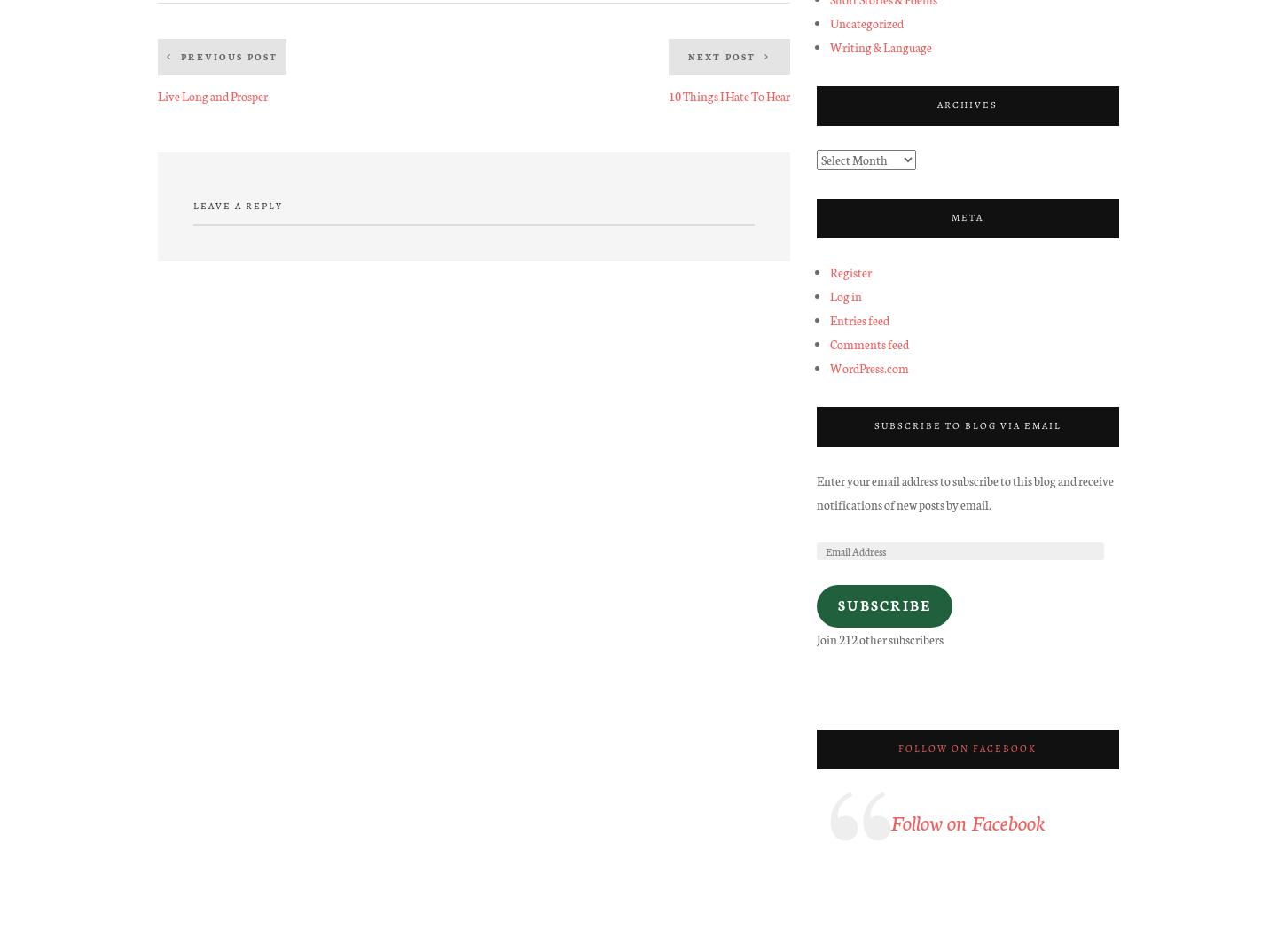 The width and height of the screenshot is (1277, 952). I want to click on 'Comments feed', so click(867, 343).